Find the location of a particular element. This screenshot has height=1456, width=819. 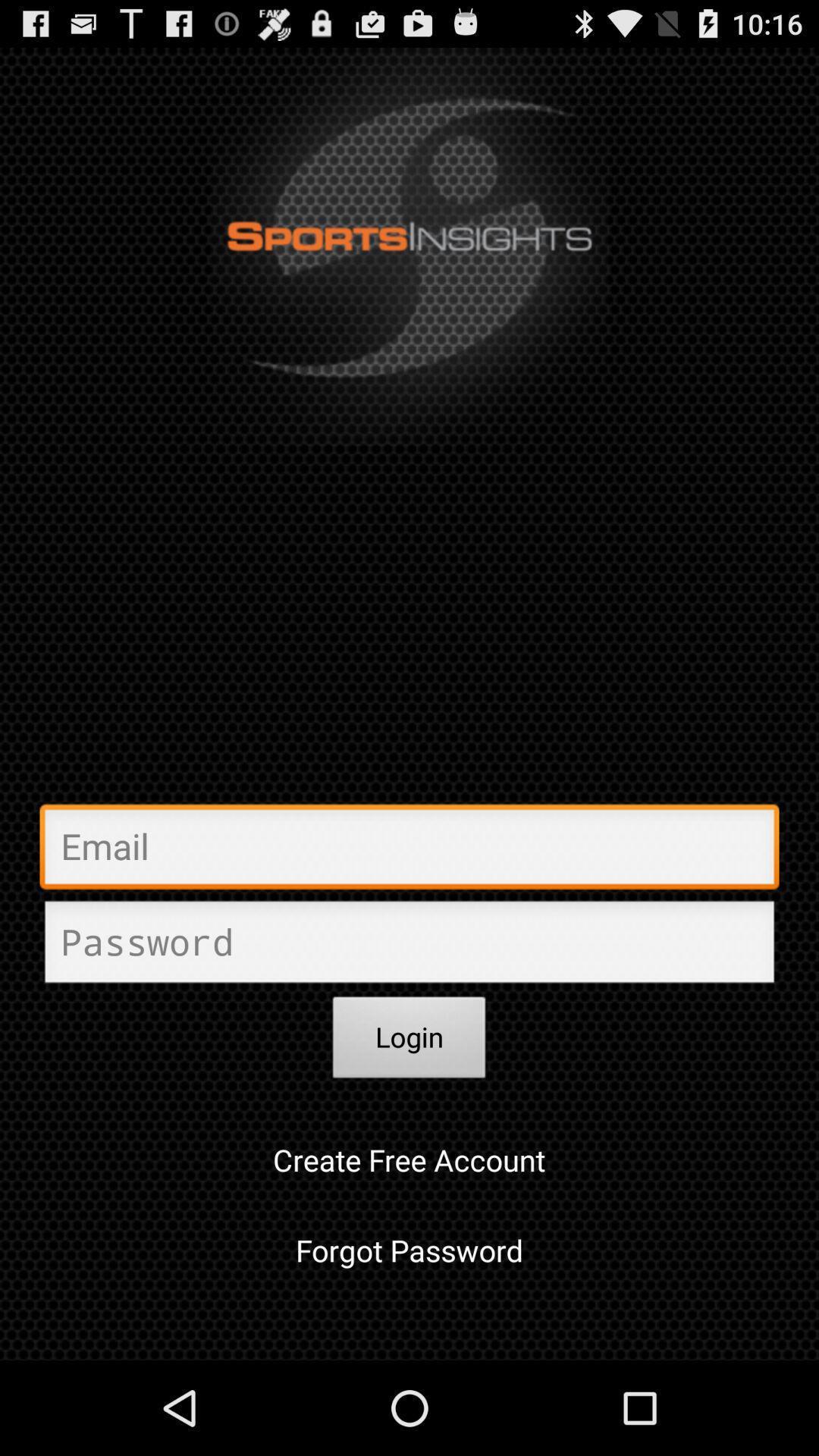

email is located at coordinates (409, 851).